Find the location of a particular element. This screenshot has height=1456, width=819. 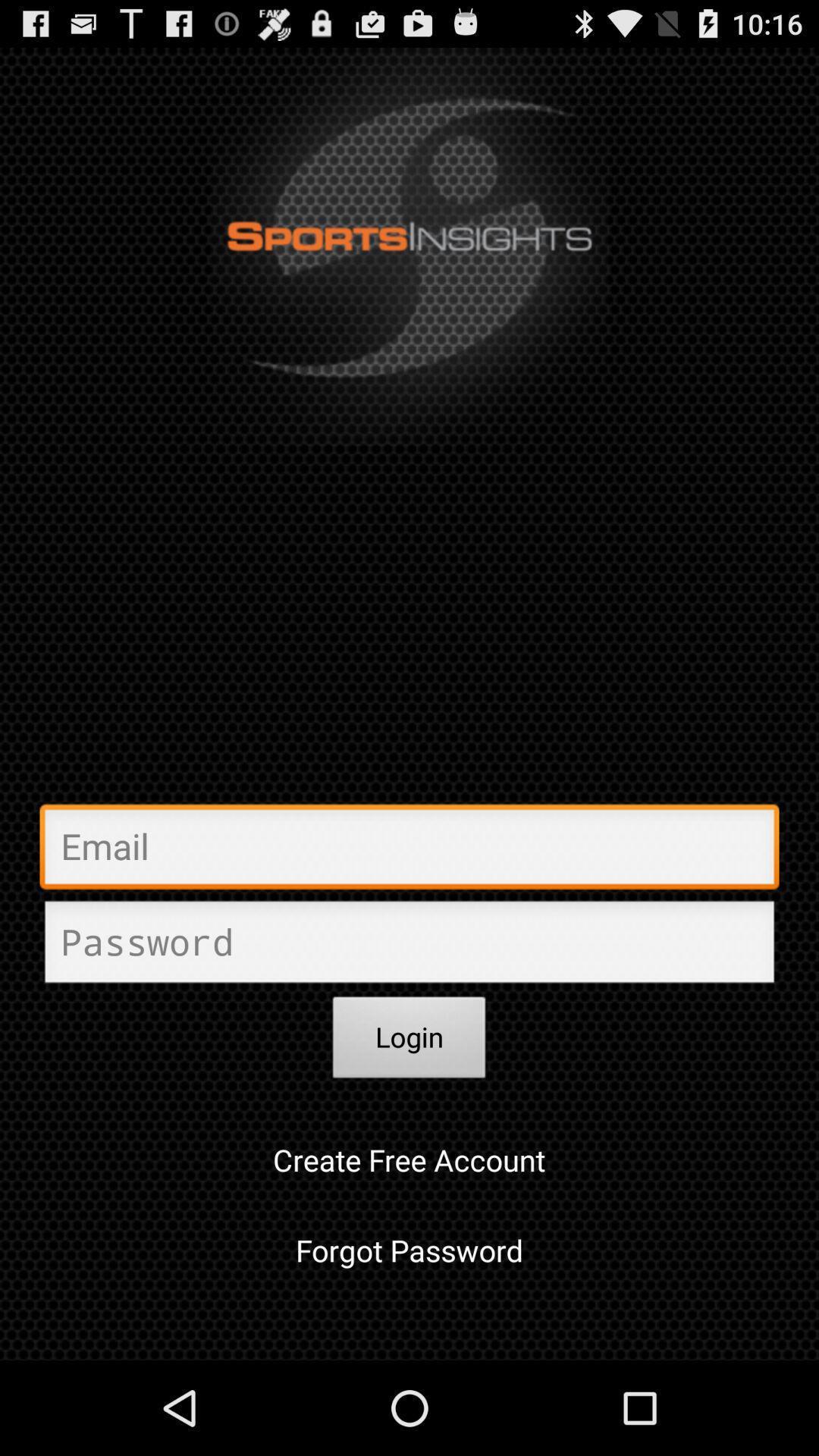

email is located at coordinates (409, 851).